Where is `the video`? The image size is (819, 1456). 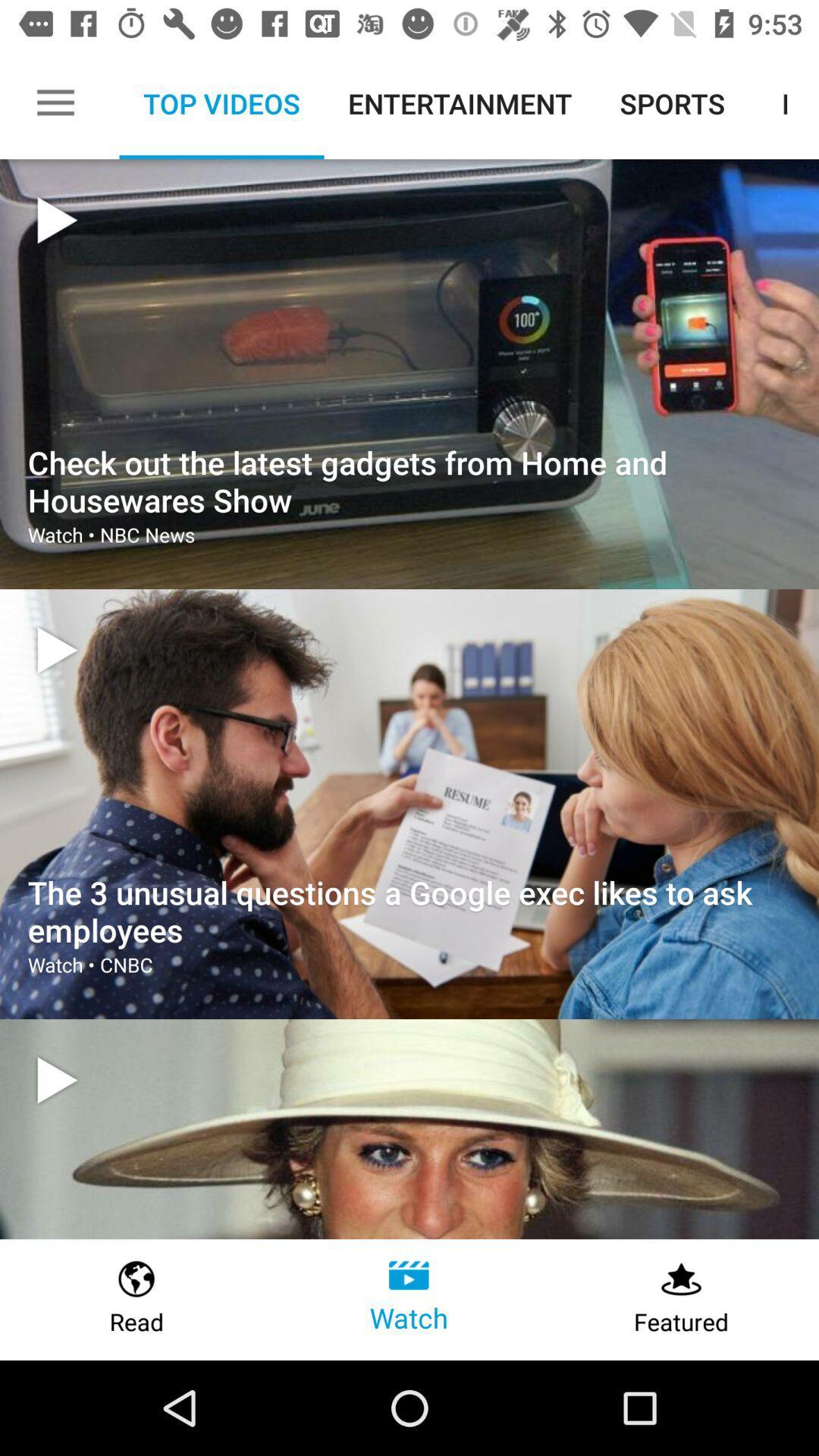
the video is located at coordinates (56, 1079).